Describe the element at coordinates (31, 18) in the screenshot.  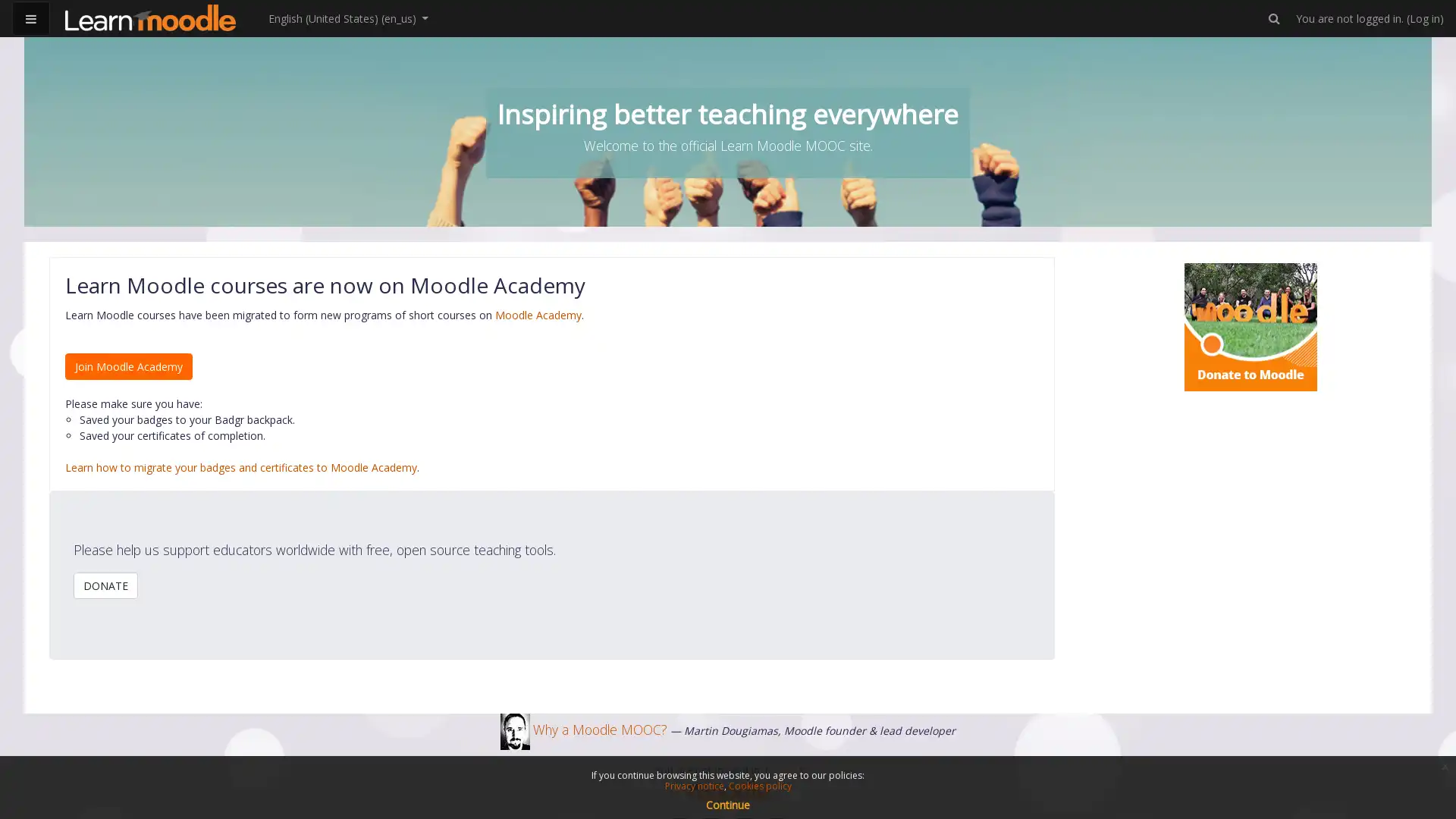
I see `Side panel` at that location.